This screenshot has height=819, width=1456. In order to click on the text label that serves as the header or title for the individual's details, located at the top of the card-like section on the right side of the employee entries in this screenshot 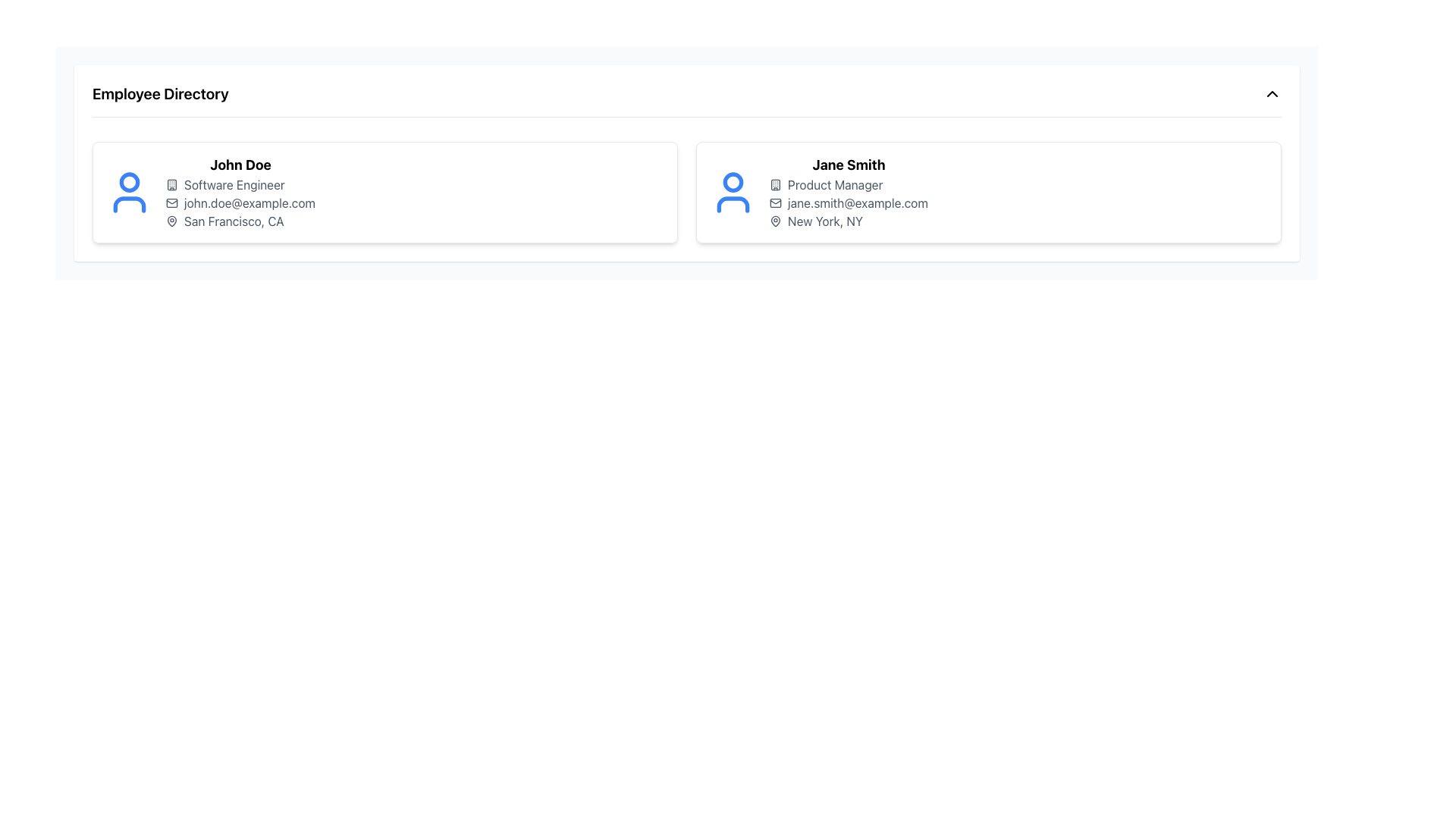, I will do `click(848, 165)`.